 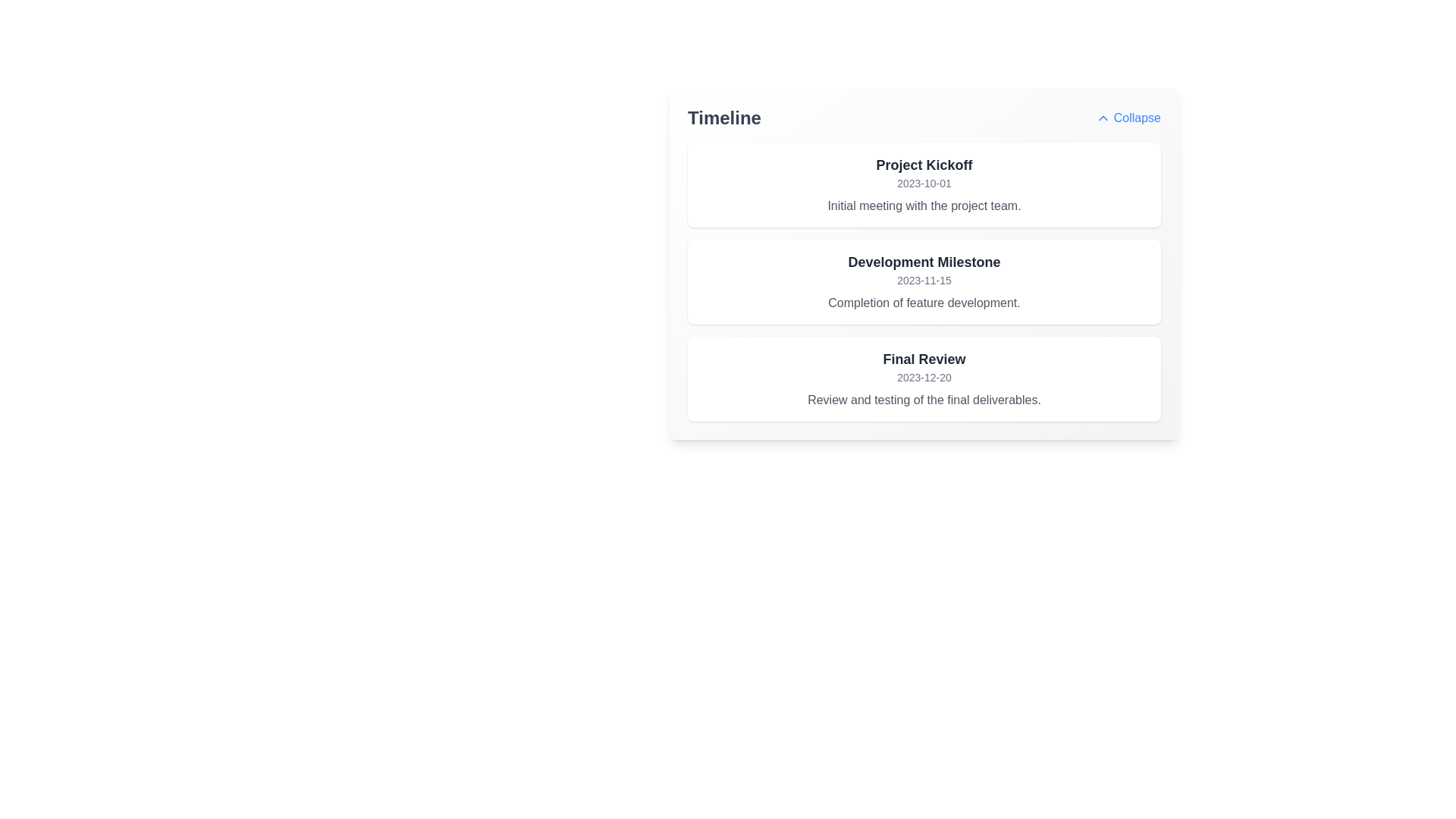 I want to click on the second milestone card in the project timeline, which displays the milestone title, date, and a brief description, positioned between the 'Project Kickoff' and 'Final Review' cards, so click(x=924, y=281).